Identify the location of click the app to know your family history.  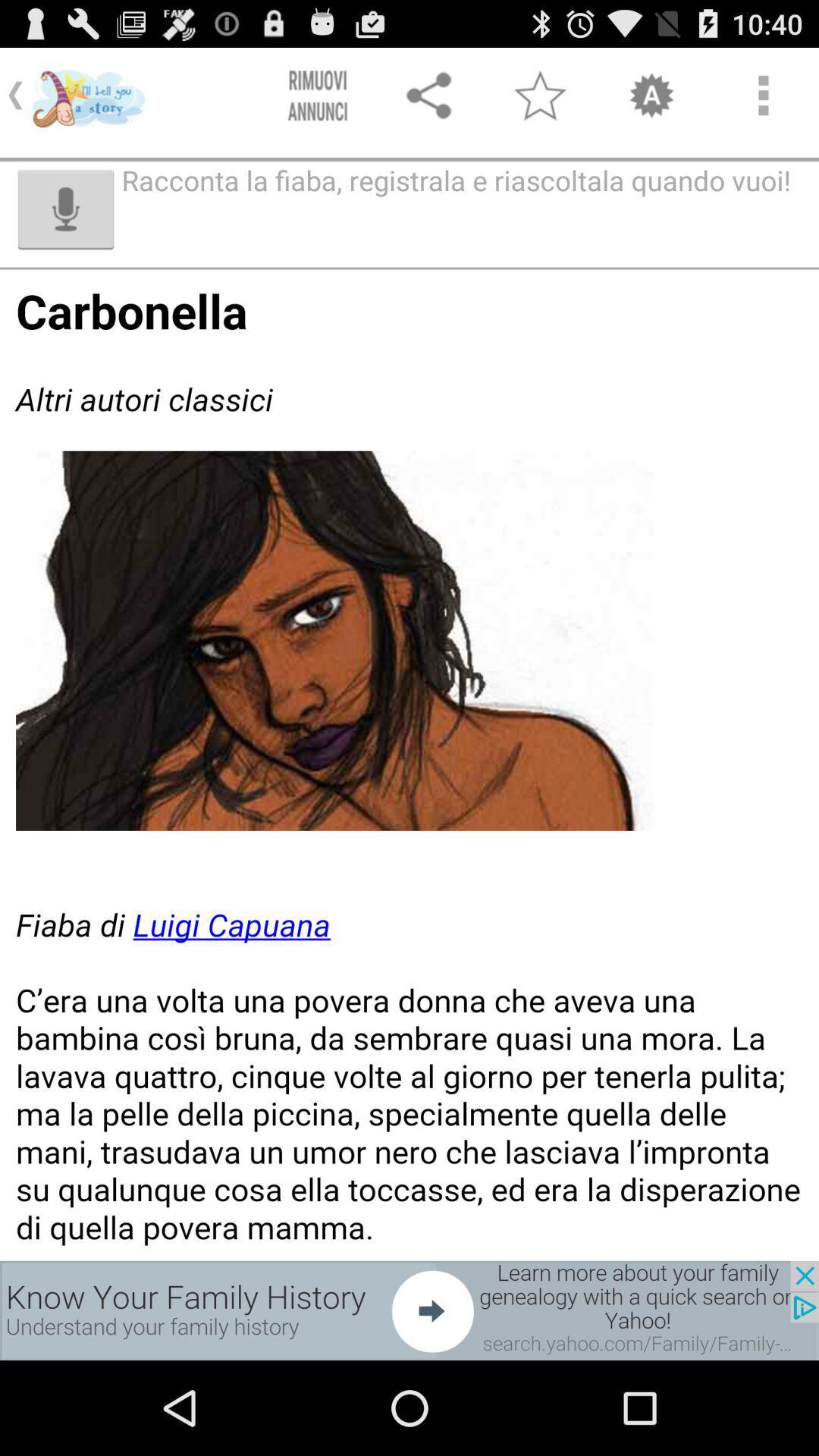
(409, 1310).